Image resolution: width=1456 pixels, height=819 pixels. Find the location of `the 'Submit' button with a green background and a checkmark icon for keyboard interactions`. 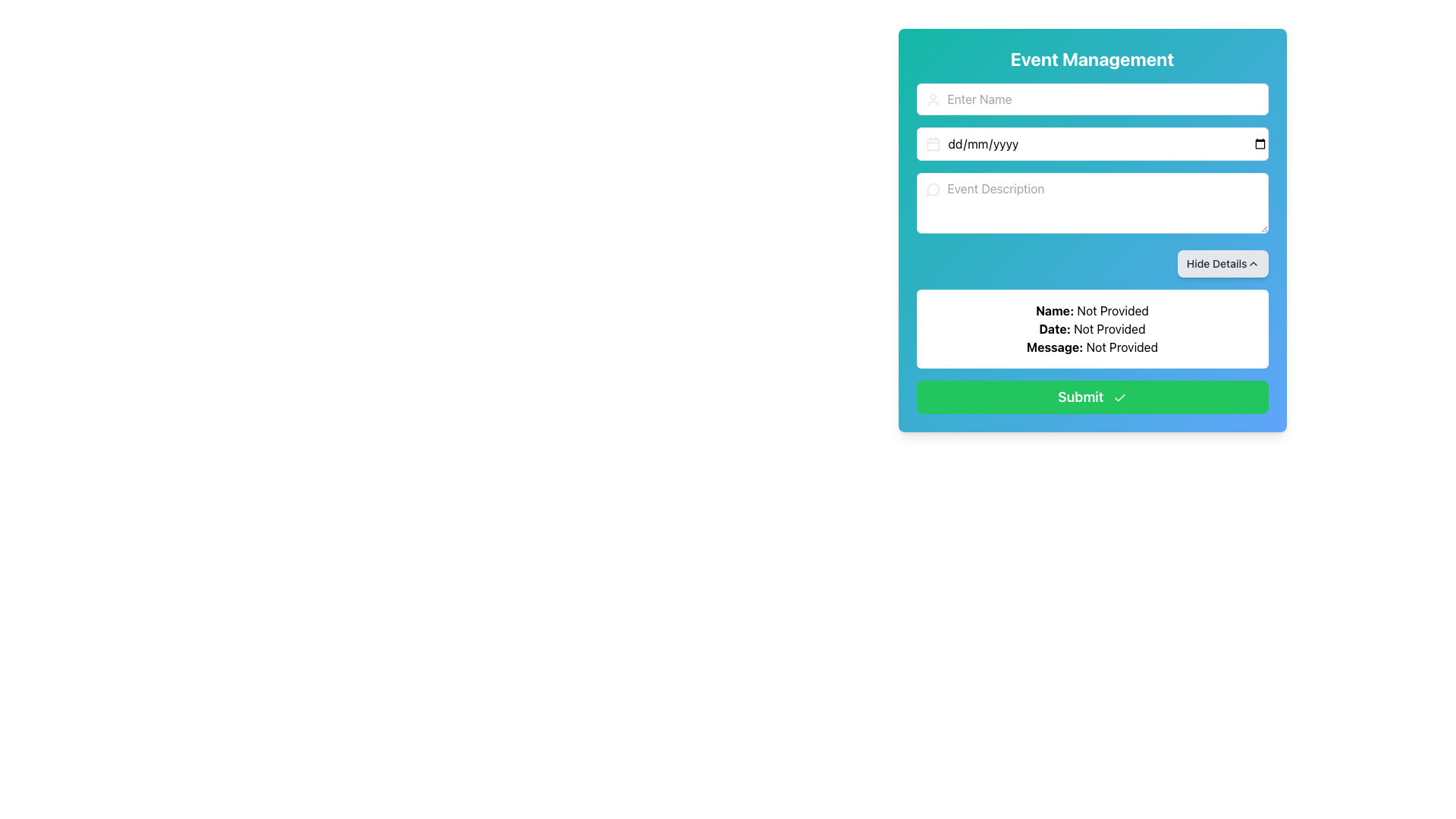

the 'Submit' button with a green background and a checkmark icon for keyboard interactions is located at coordinates (1092, 397).